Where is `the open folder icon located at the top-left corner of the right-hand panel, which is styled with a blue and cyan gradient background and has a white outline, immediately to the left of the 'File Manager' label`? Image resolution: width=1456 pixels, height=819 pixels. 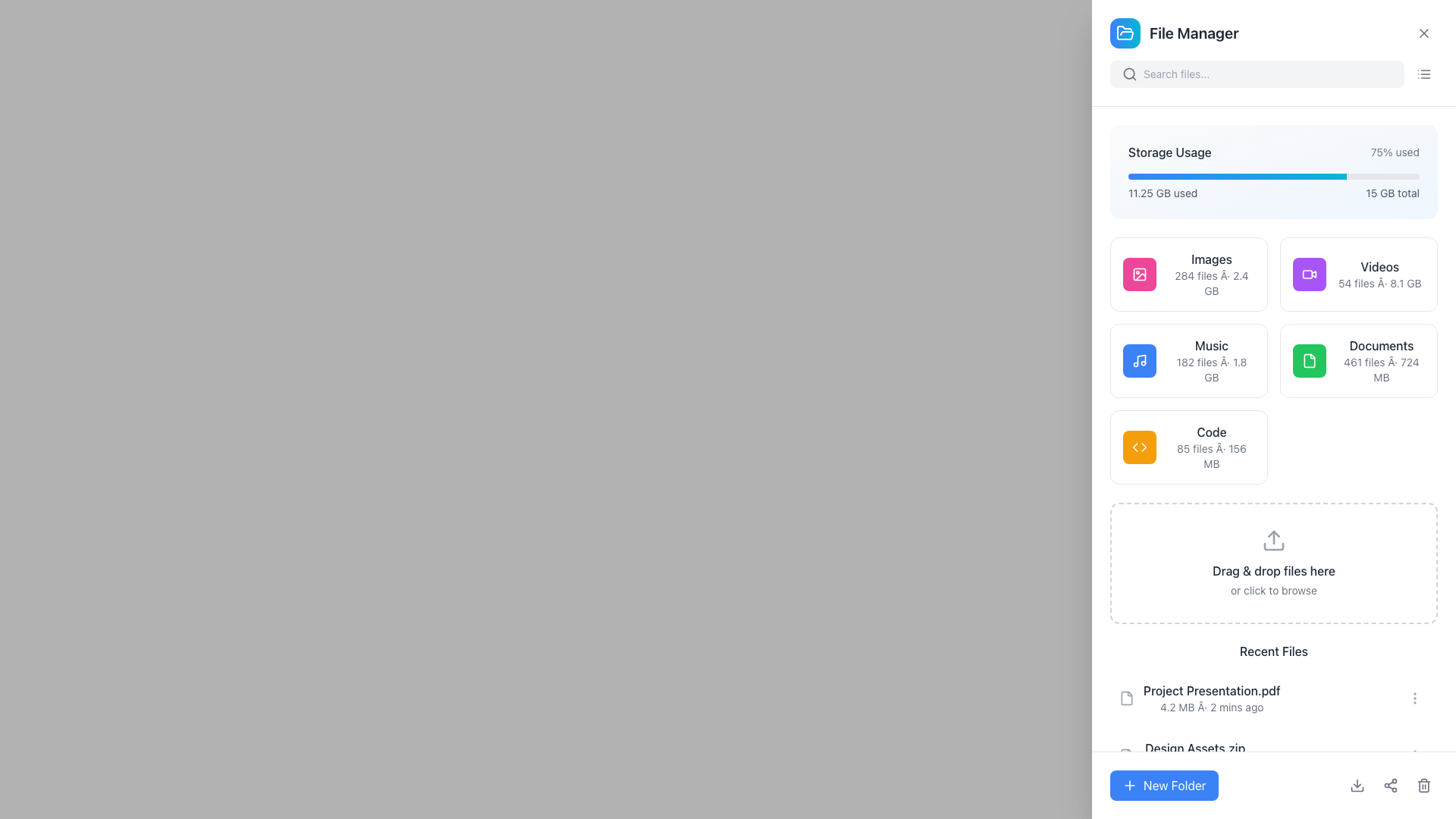 the open folder icon located at the top-left corner of the right-hand panel, which is styled with a blue and cyan gradient background and has a white outline, immediately to the left of the 'File Manager' label is located at coordinates (1125, 33).